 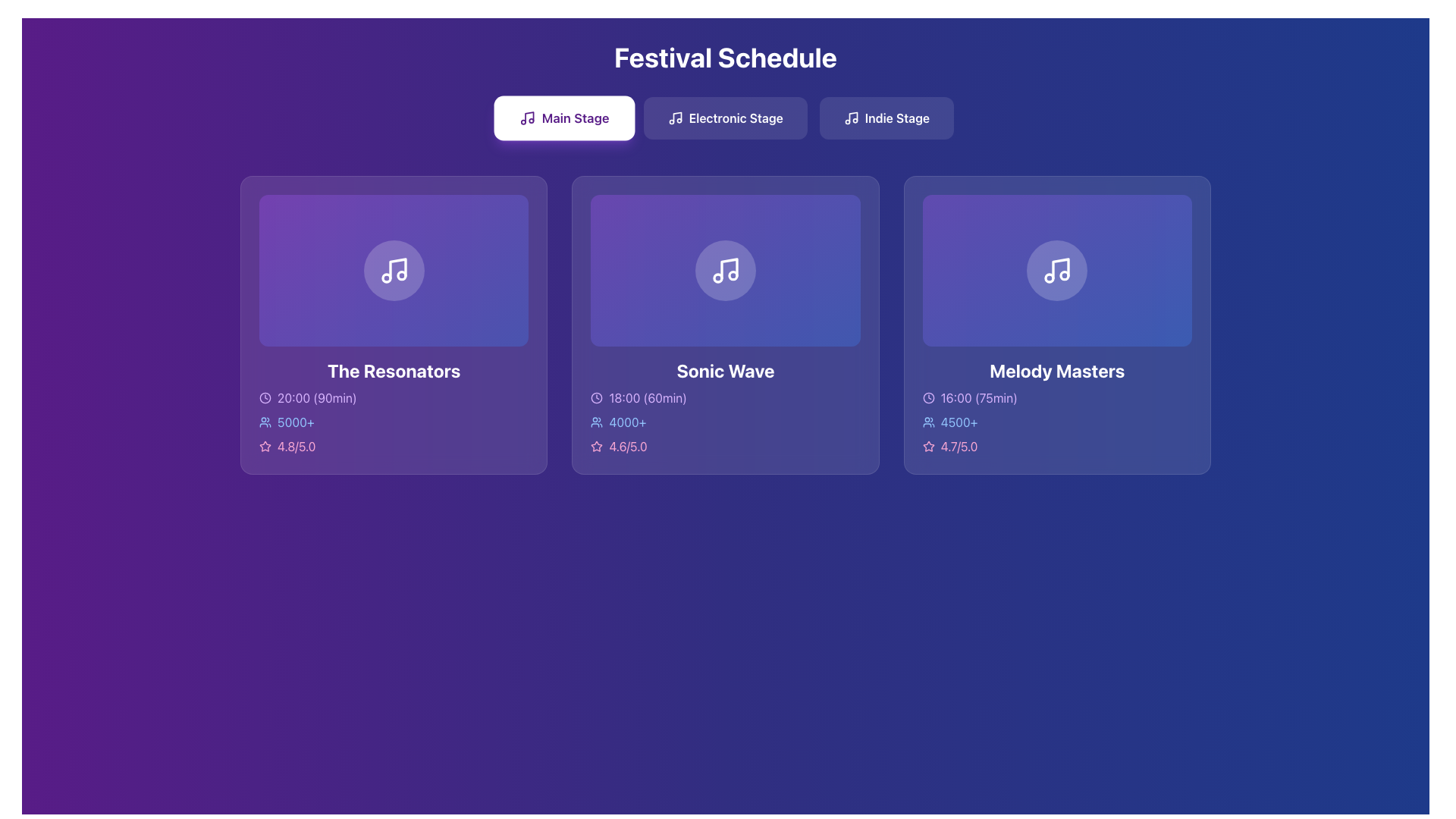 I want to click on the textual label conveying the rating of the 'Sonic Wave' event, located at the bottom-left corner of the card, just to the right of the star icon, so click(x=628, y=445).